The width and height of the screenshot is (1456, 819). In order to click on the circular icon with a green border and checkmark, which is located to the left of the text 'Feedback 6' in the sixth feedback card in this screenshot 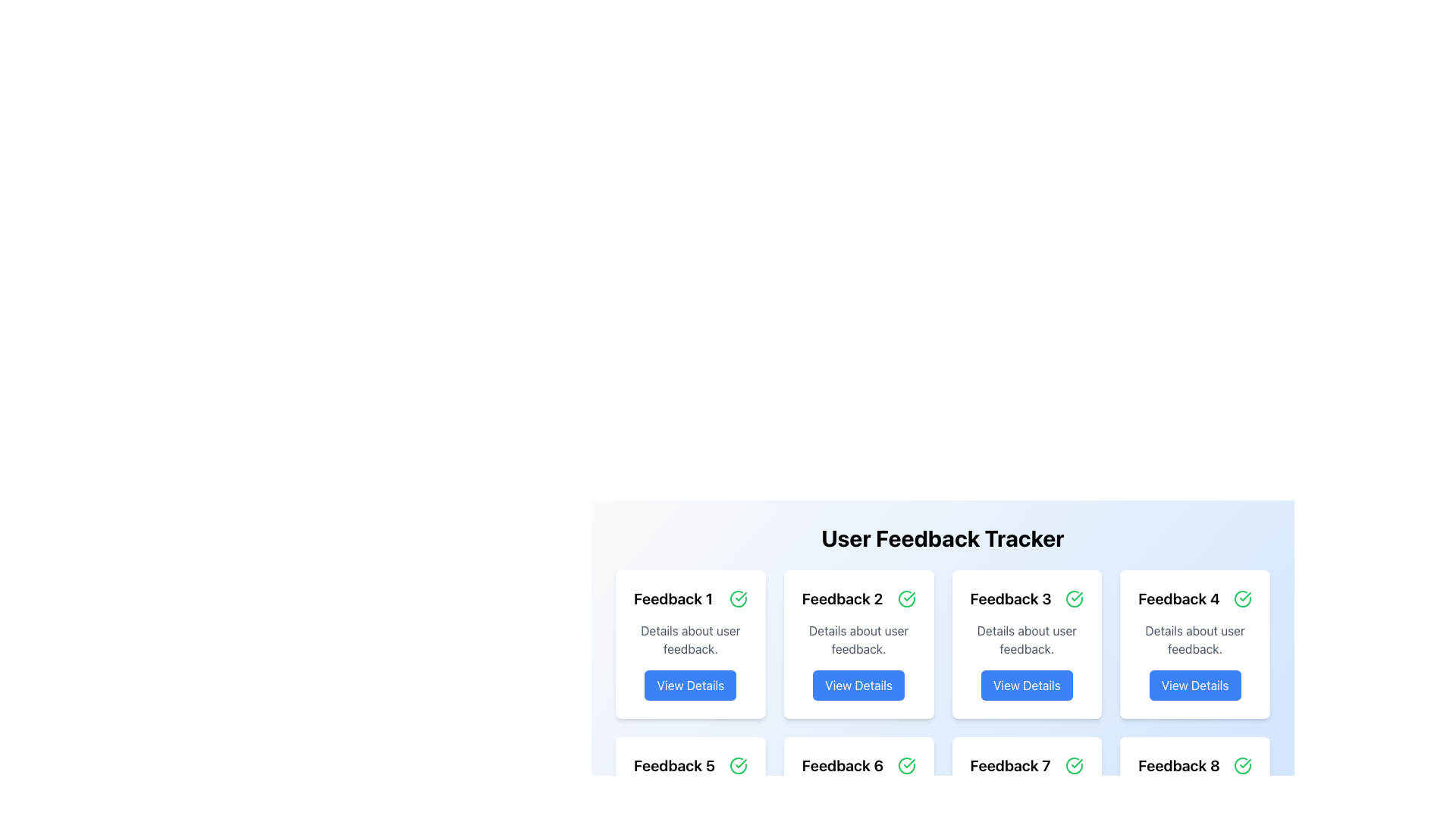, I will do `click(906, 766)`.